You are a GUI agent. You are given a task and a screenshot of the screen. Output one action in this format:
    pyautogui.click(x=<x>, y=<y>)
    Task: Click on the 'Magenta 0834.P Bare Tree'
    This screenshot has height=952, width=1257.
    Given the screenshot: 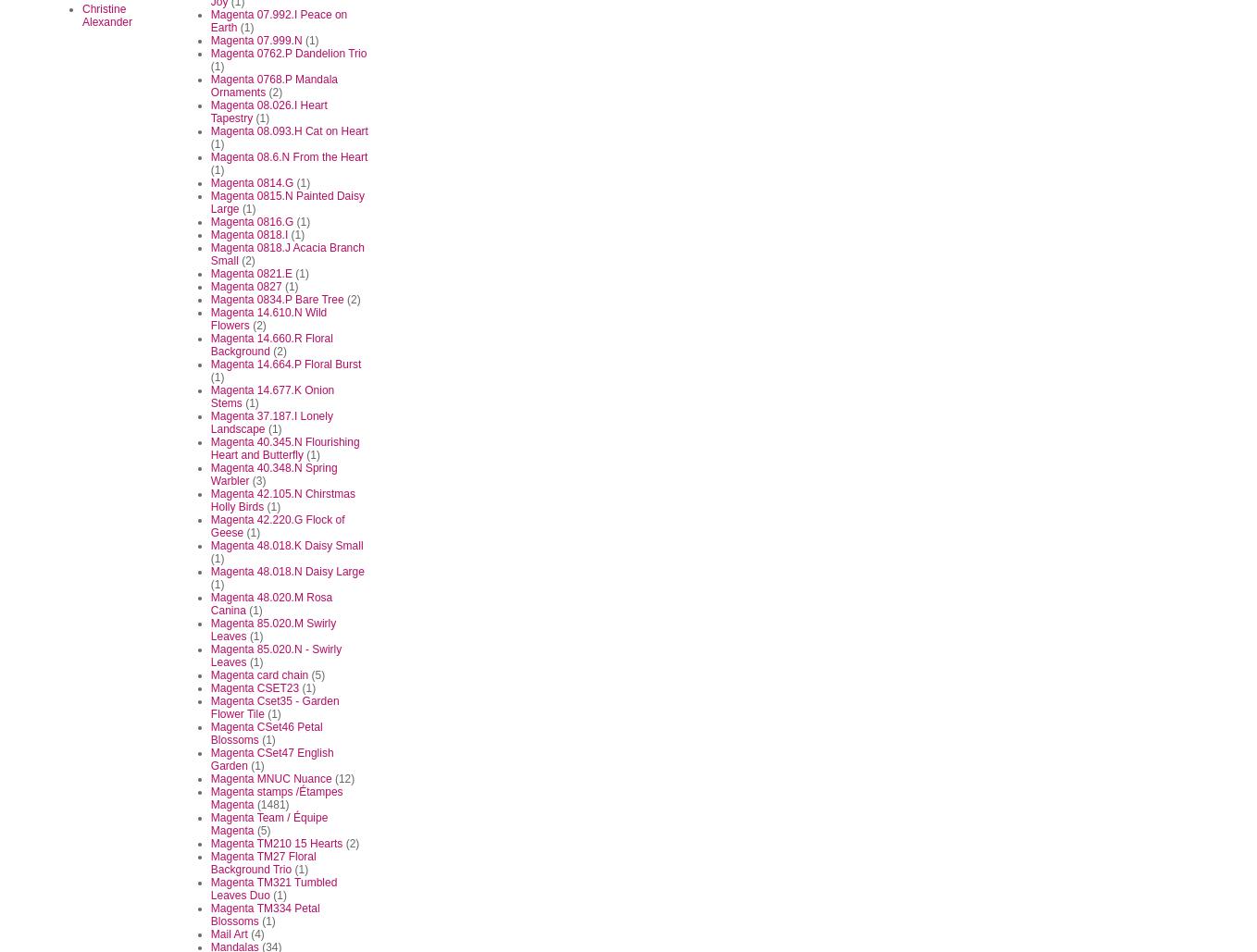 What is the action you would take?
    pyautogui.click(x=276, y=299)
    